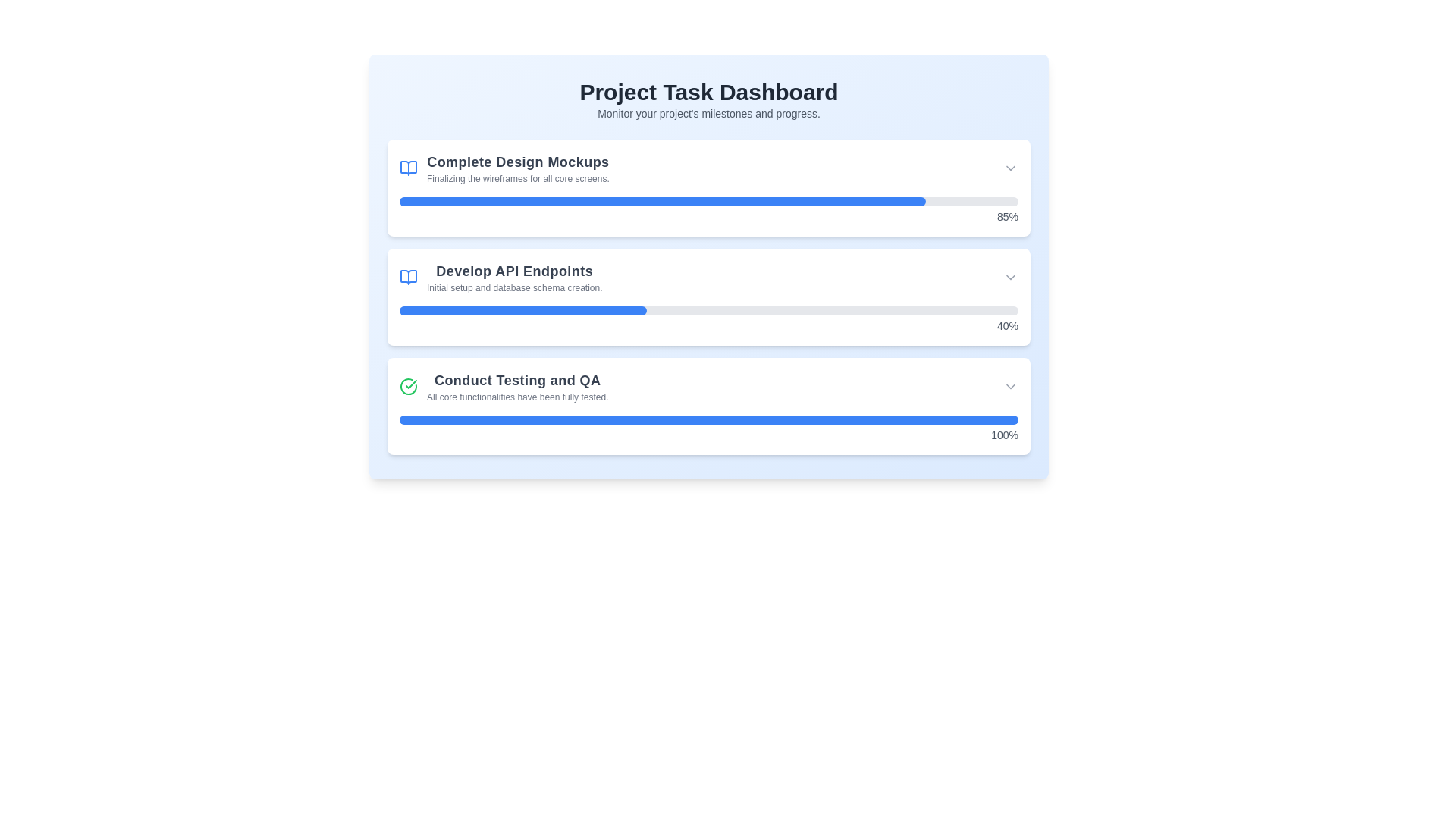  What do you see at coordinates (708, 309) in the screenshot?
I see `the Progress bar located in the 'Develop API Endpoints' section, directly below the 'Initial setup and database schema creation' text, which visually represents the task completion at 40%` at bounding box center [708, 309].